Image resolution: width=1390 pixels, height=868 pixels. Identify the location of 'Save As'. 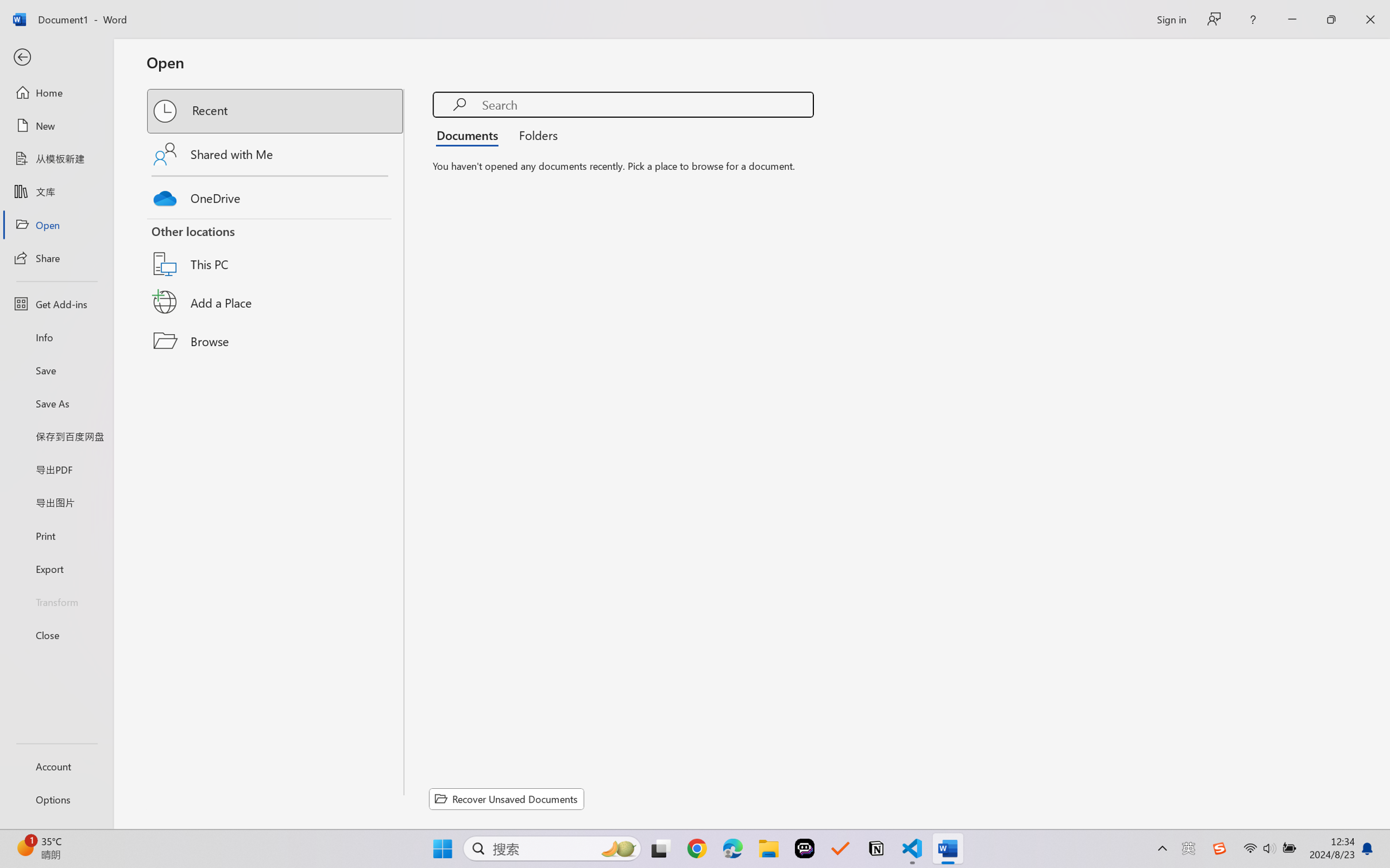
(56, 403).